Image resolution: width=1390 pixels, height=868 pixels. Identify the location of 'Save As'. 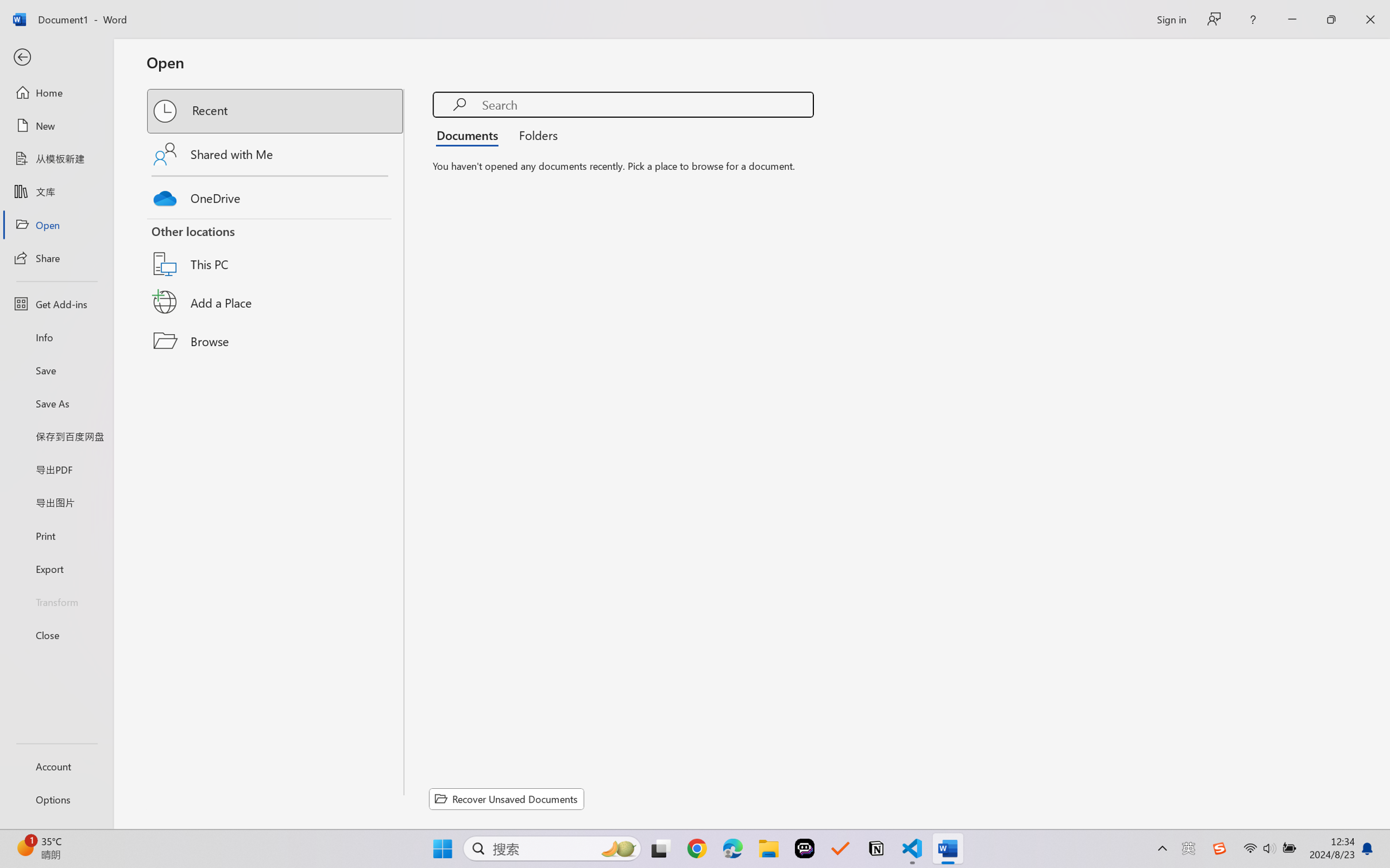
(56, 403).